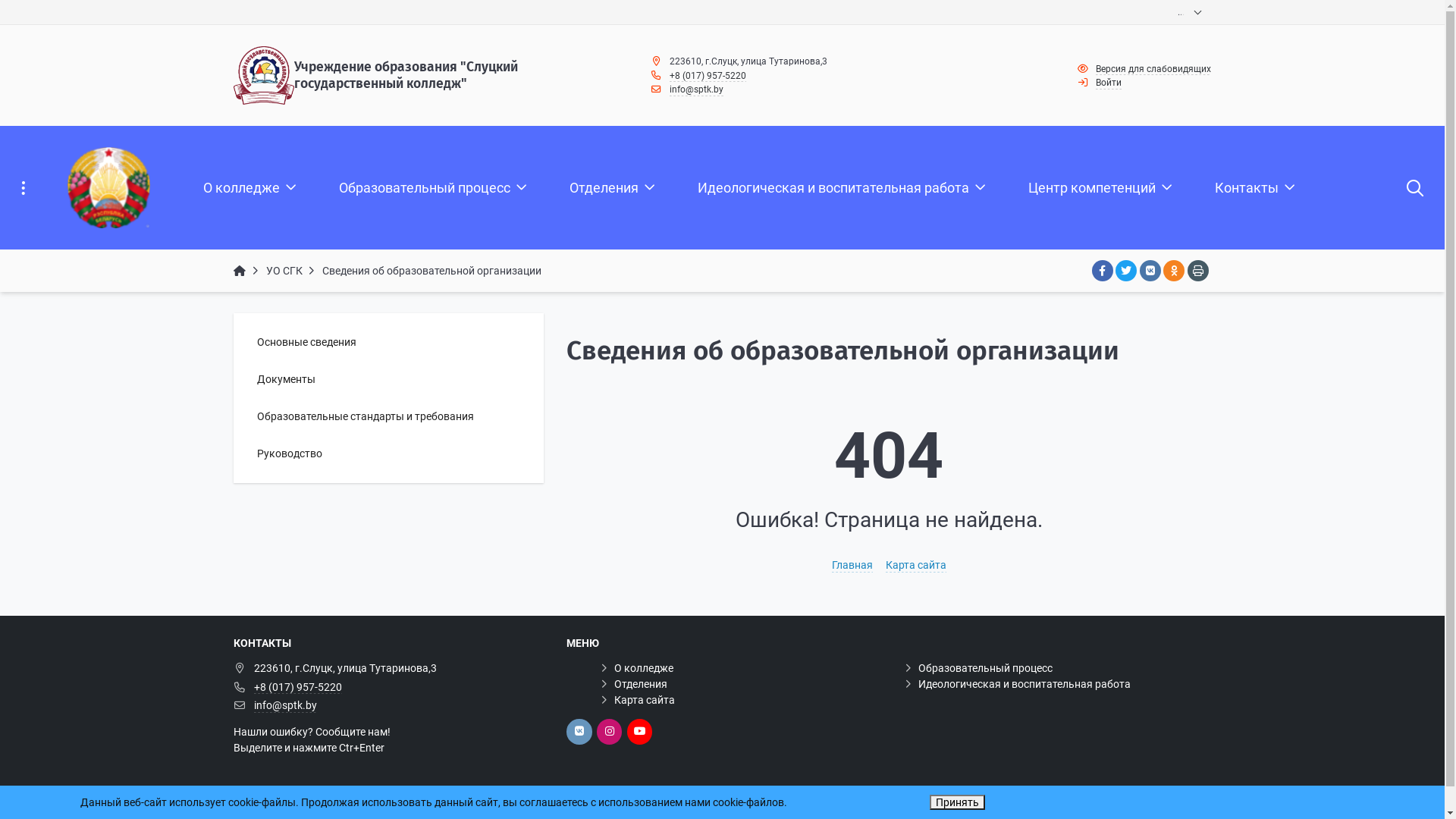 The image size is (1456, 819). I want to click on '+8 (017) 957-5220', so click(707, 76).